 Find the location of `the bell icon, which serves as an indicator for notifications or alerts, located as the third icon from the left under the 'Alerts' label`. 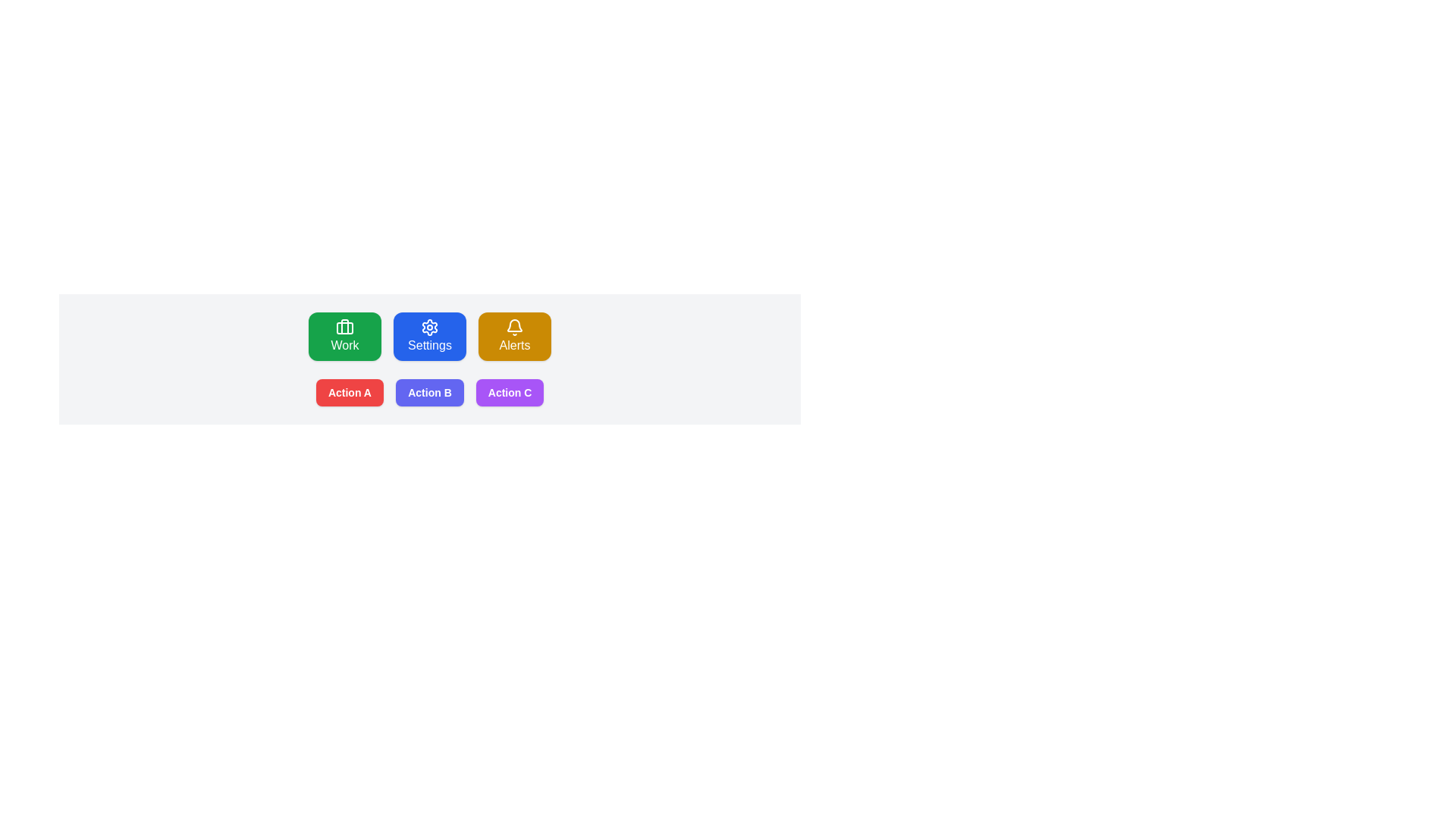

the bell icon, which serves as an indicator for notifications or alerts, located as the third icon from the left under the 'Alerts' label is located at coordinates (514, 327).